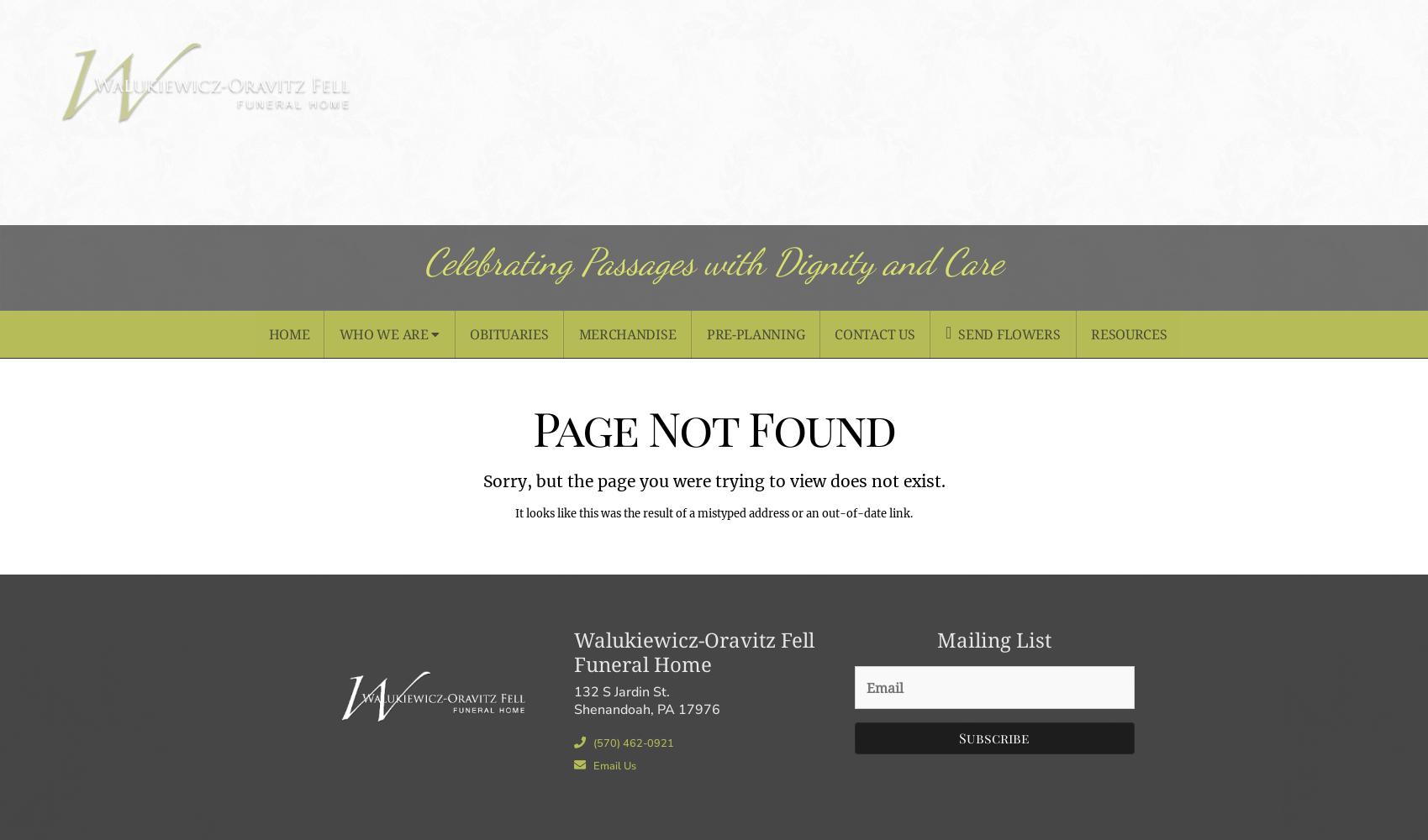  I want to click on 'PA', so click(666, 708).